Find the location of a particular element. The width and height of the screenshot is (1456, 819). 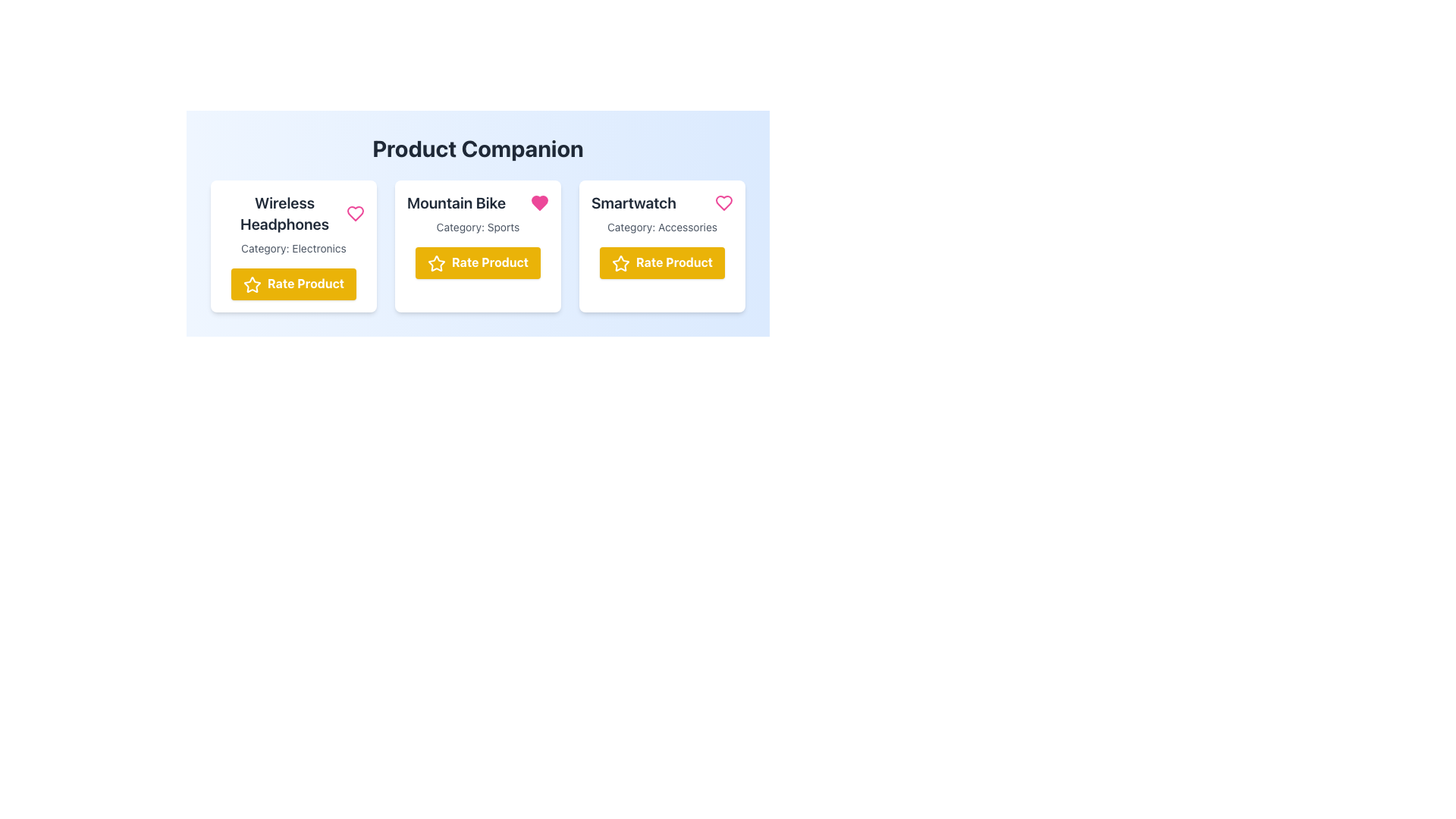

the 'Rate Product' button with a yellow background and bold white letters, located in the 'Mountain Bike' card under the 'Product Companion' section to initiate rating is located at coordinates (477, 262).